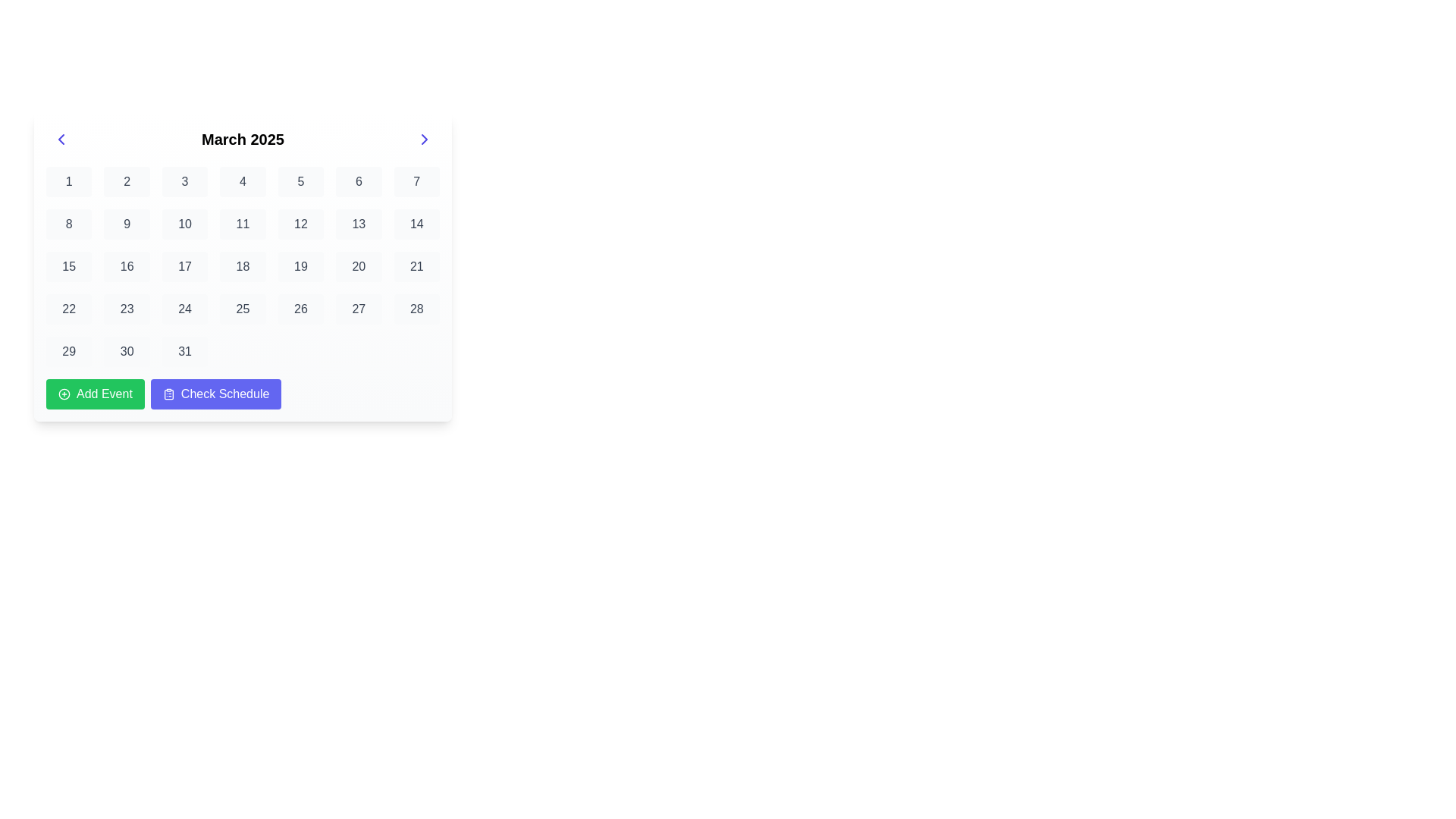 This screenshot has width=1456, height=819. What do you see at coordinates (425, 140) in the screenshot?
I see `the navigational arrow icon located near the upper-right corner of the calendar interface to move to the next month` at bounding box center [425, 140].